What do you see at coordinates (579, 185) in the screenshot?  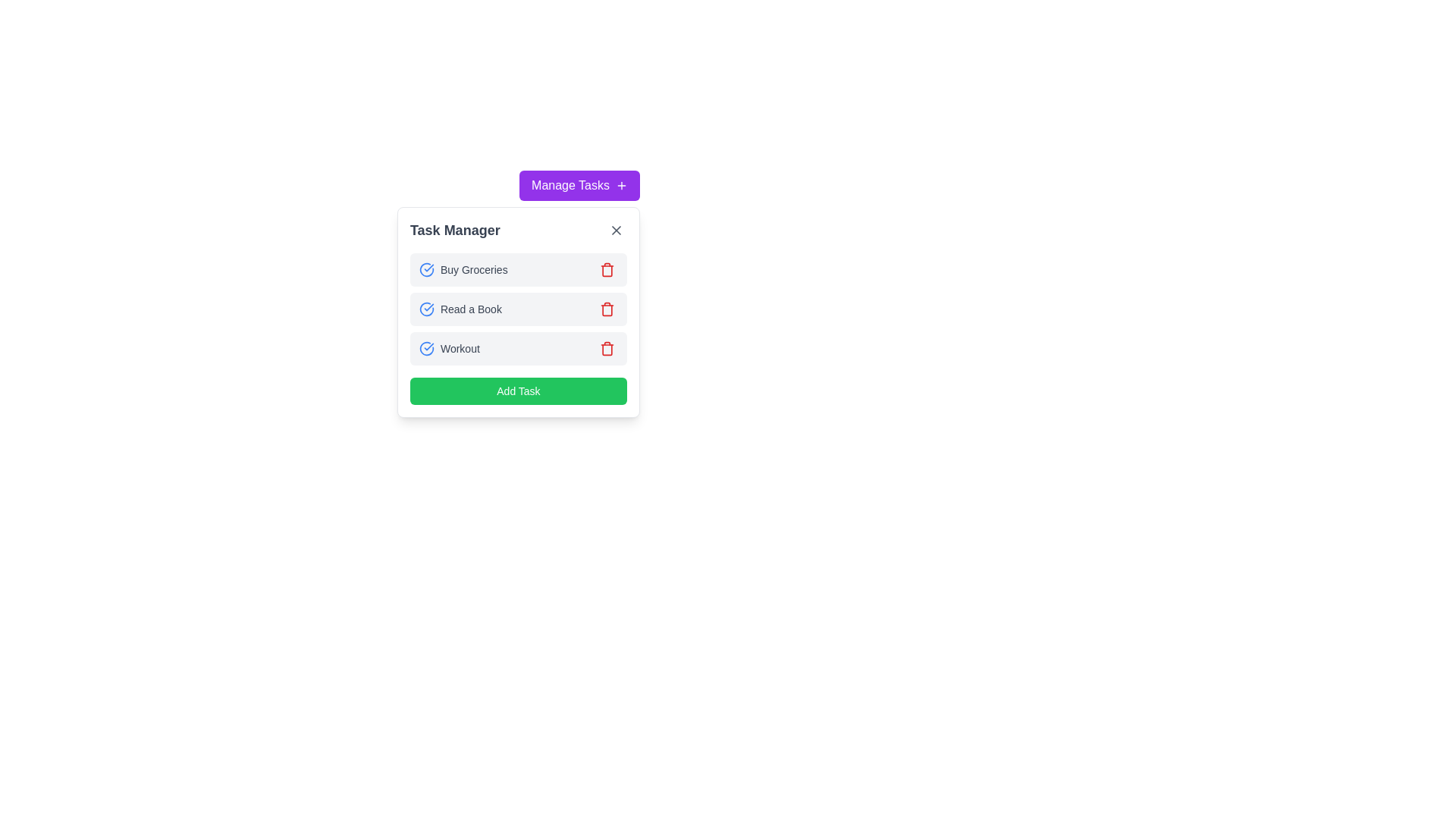 I see `the button that toggles the visibility of the task management panel, located above the 'Task Manager' title` at bounding box center [579, 185].